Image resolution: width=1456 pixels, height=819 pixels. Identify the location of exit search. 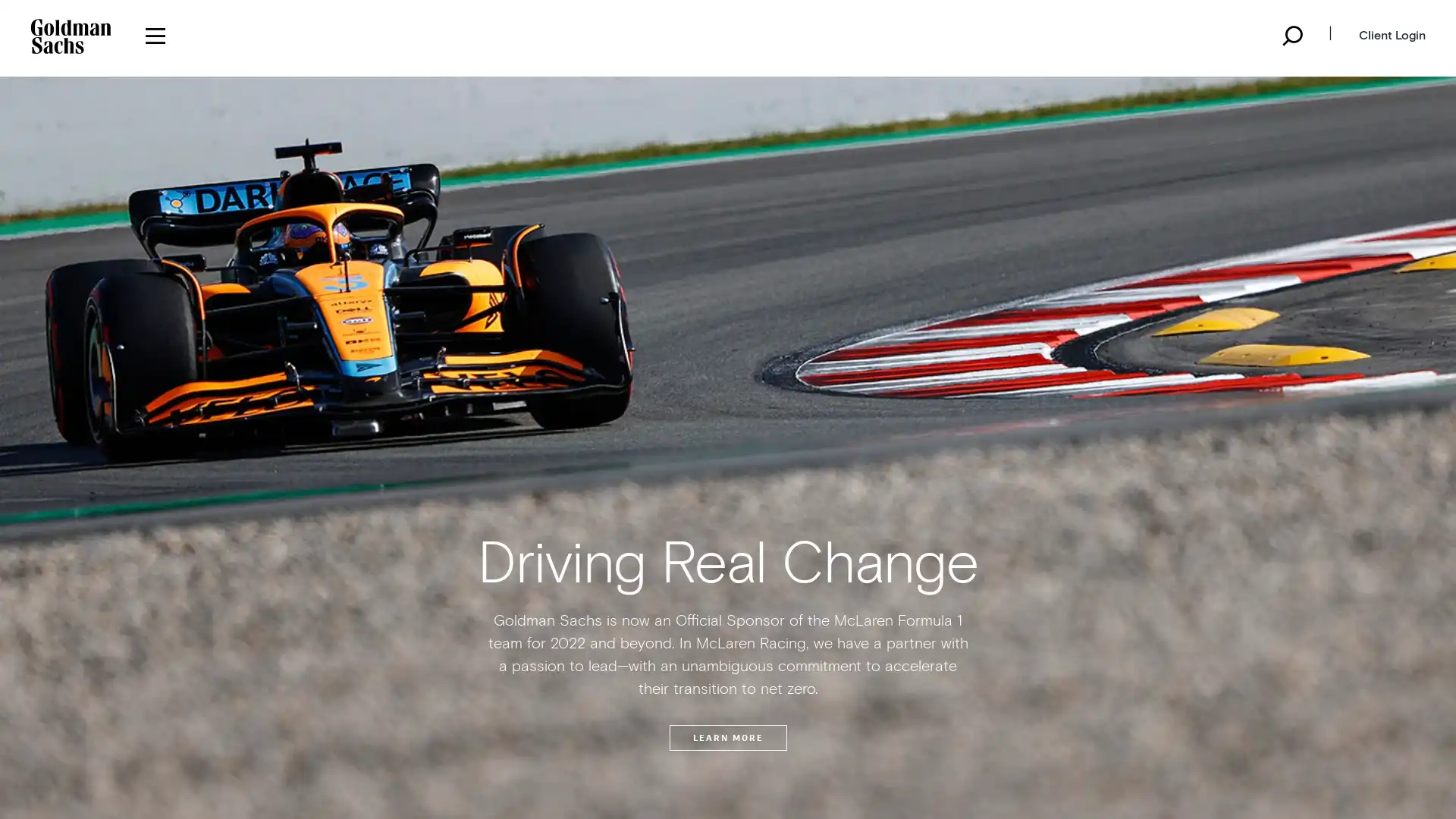
(726, 472).